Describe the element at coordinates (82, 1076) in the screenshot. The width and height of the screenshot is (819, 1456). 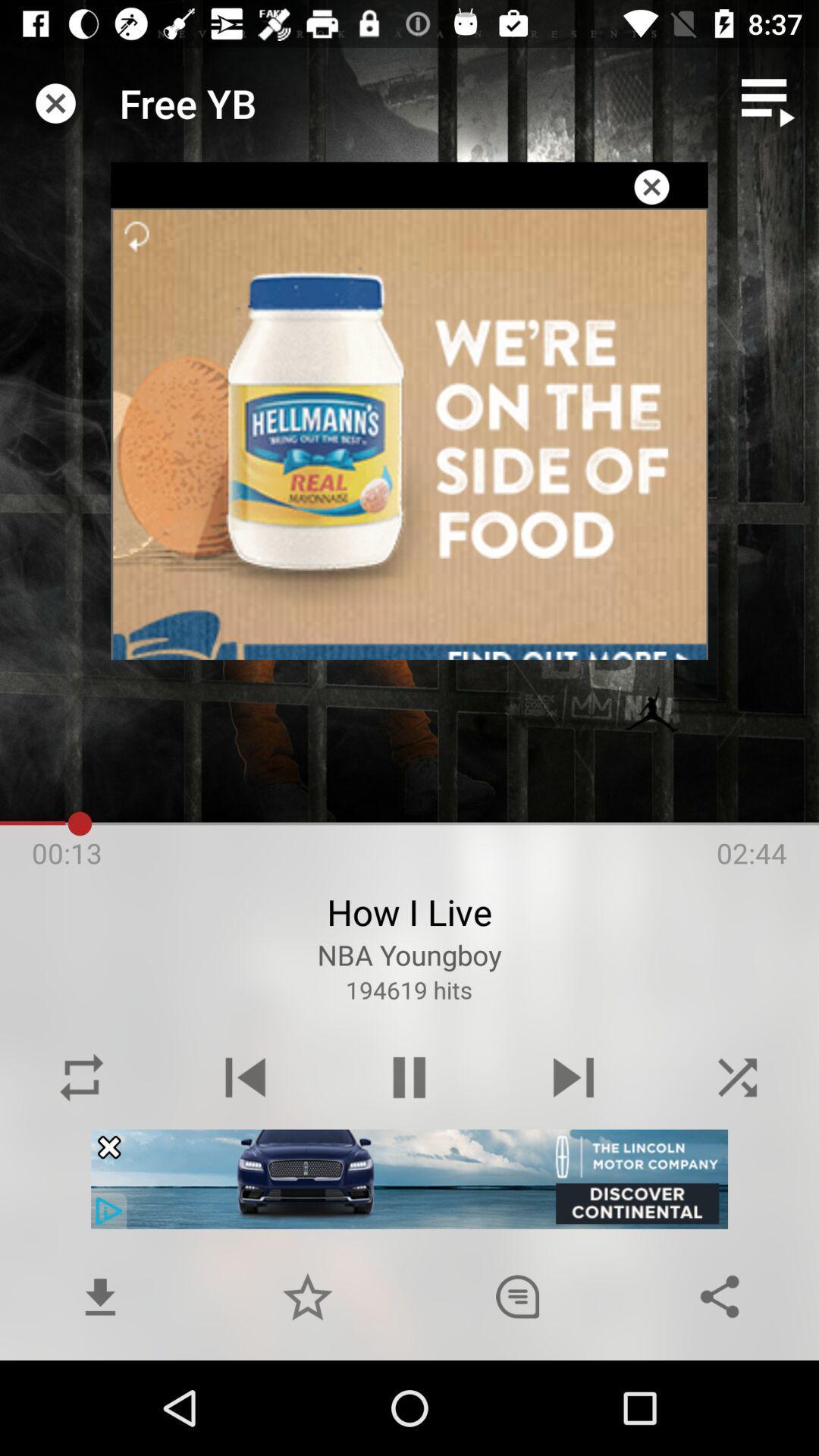
I see `replay button` at that location.